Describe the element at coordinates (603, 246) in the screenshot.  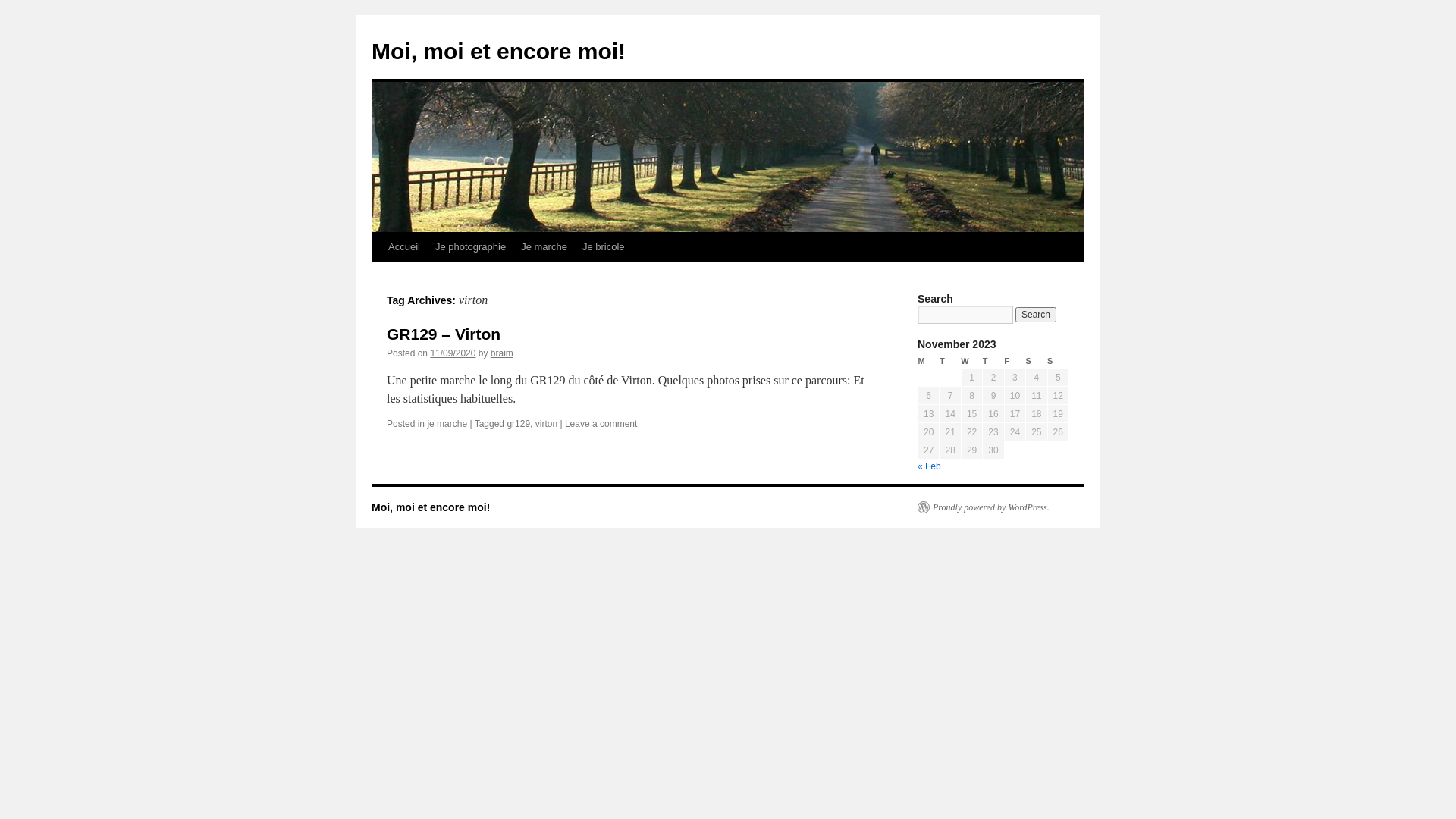
I see `'Je bricole'` at that location.